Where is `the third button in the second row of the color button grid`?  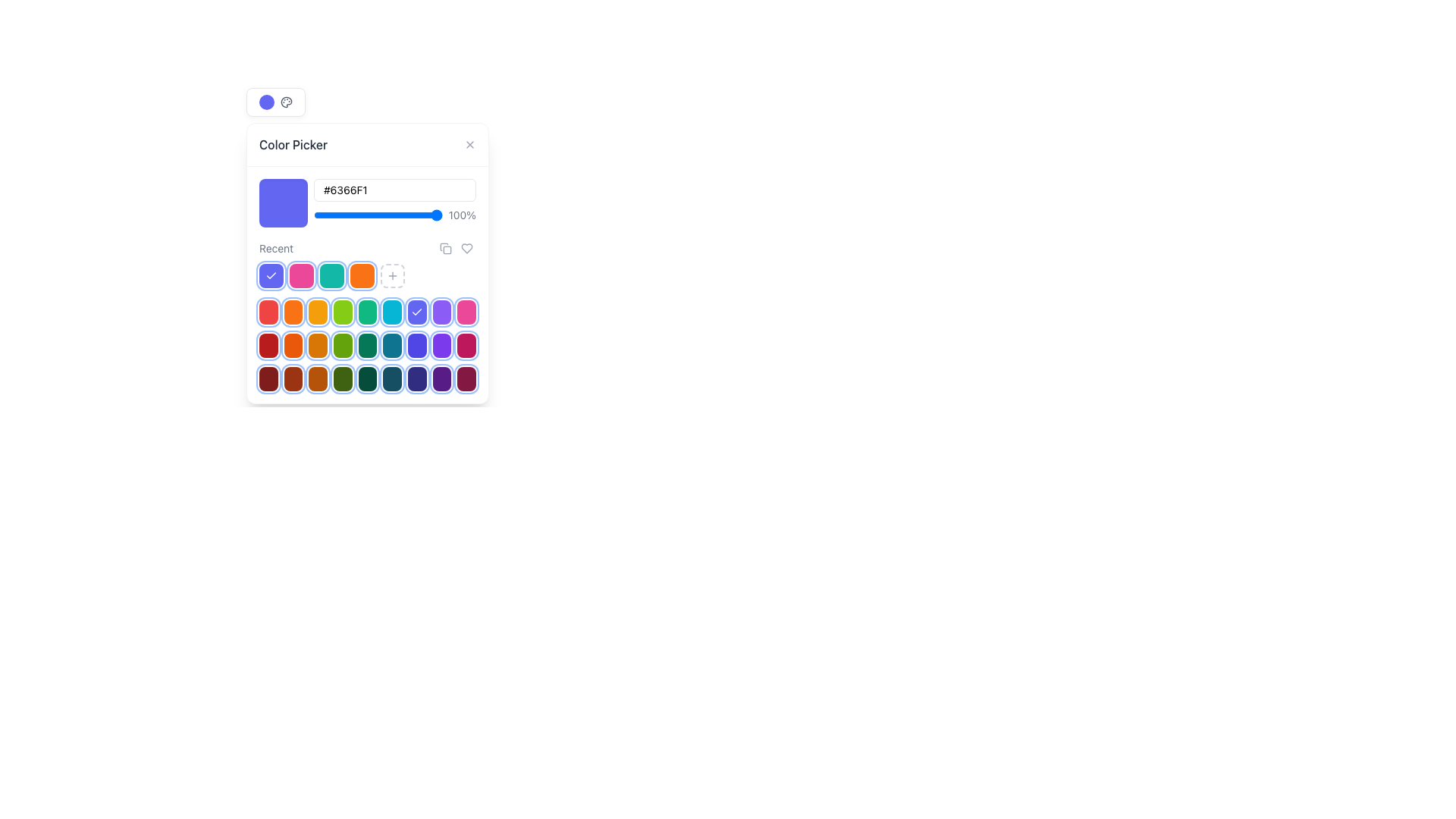
the third button in the second row of the color button grid is located at coordinates (317, 312).